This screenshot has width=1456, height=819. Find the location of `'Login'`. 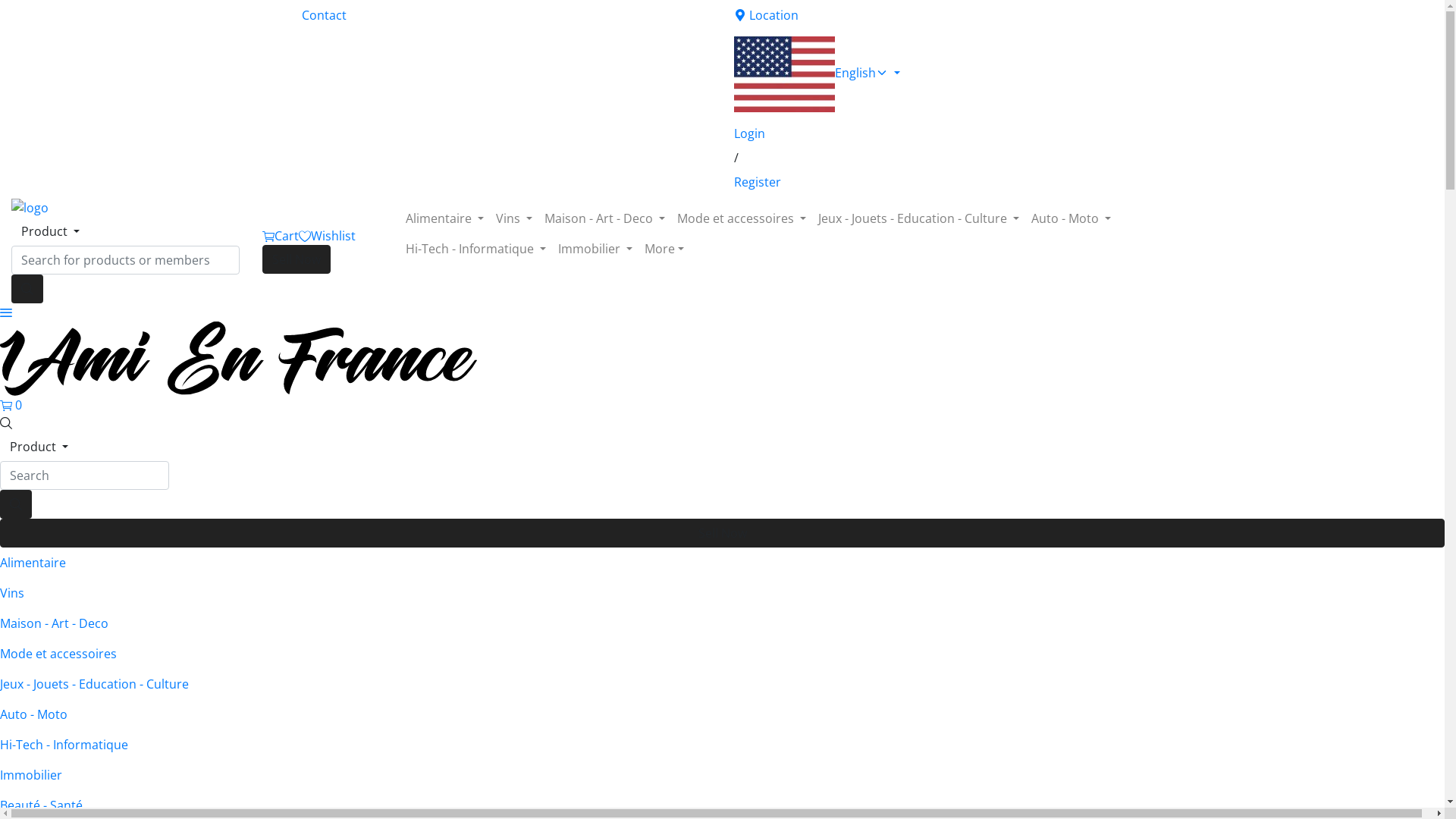

'Login' is located at coordinates (938, 133).